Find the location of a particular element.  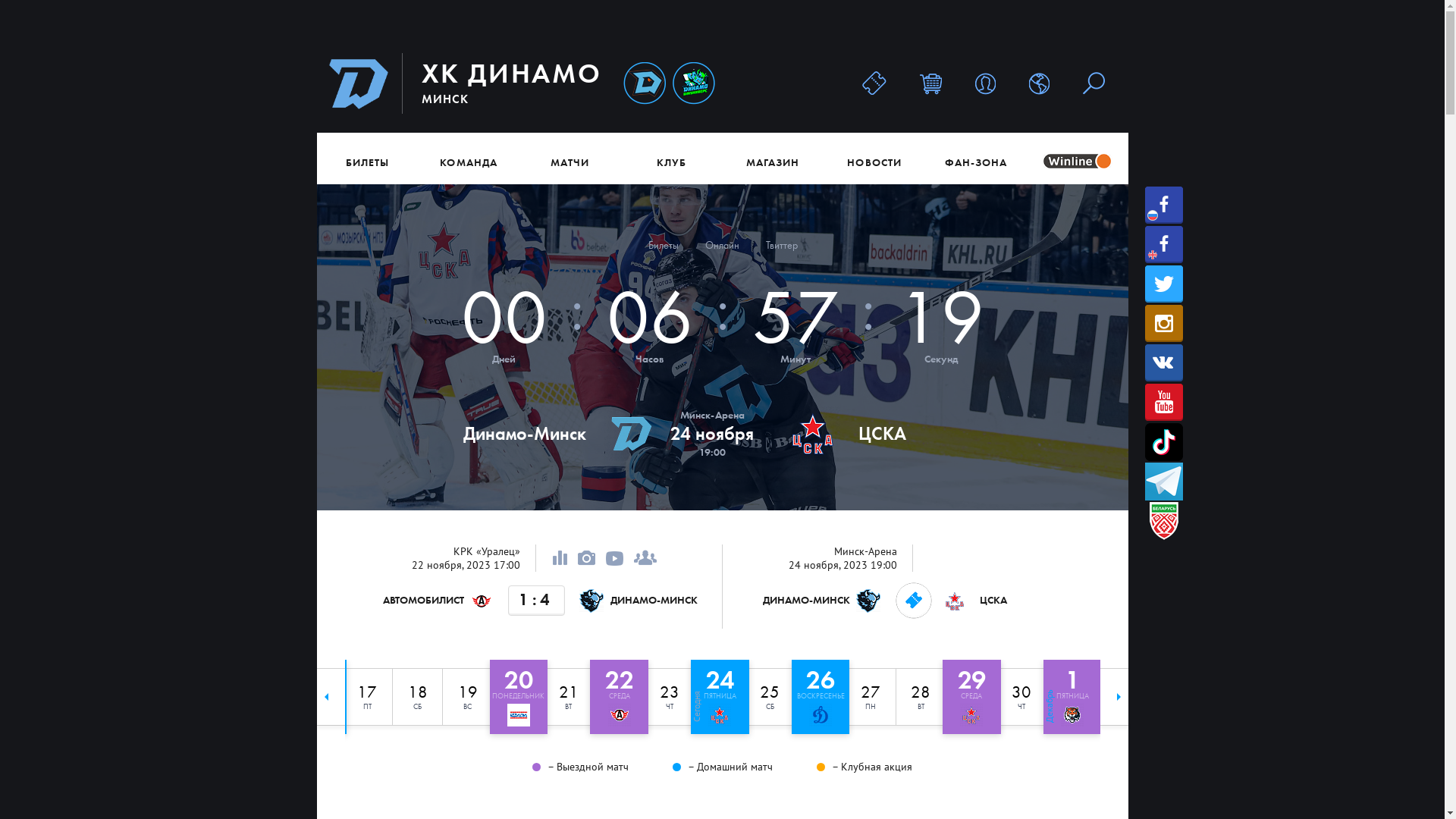

'Twitter' is located at coordinates (1163, 284).